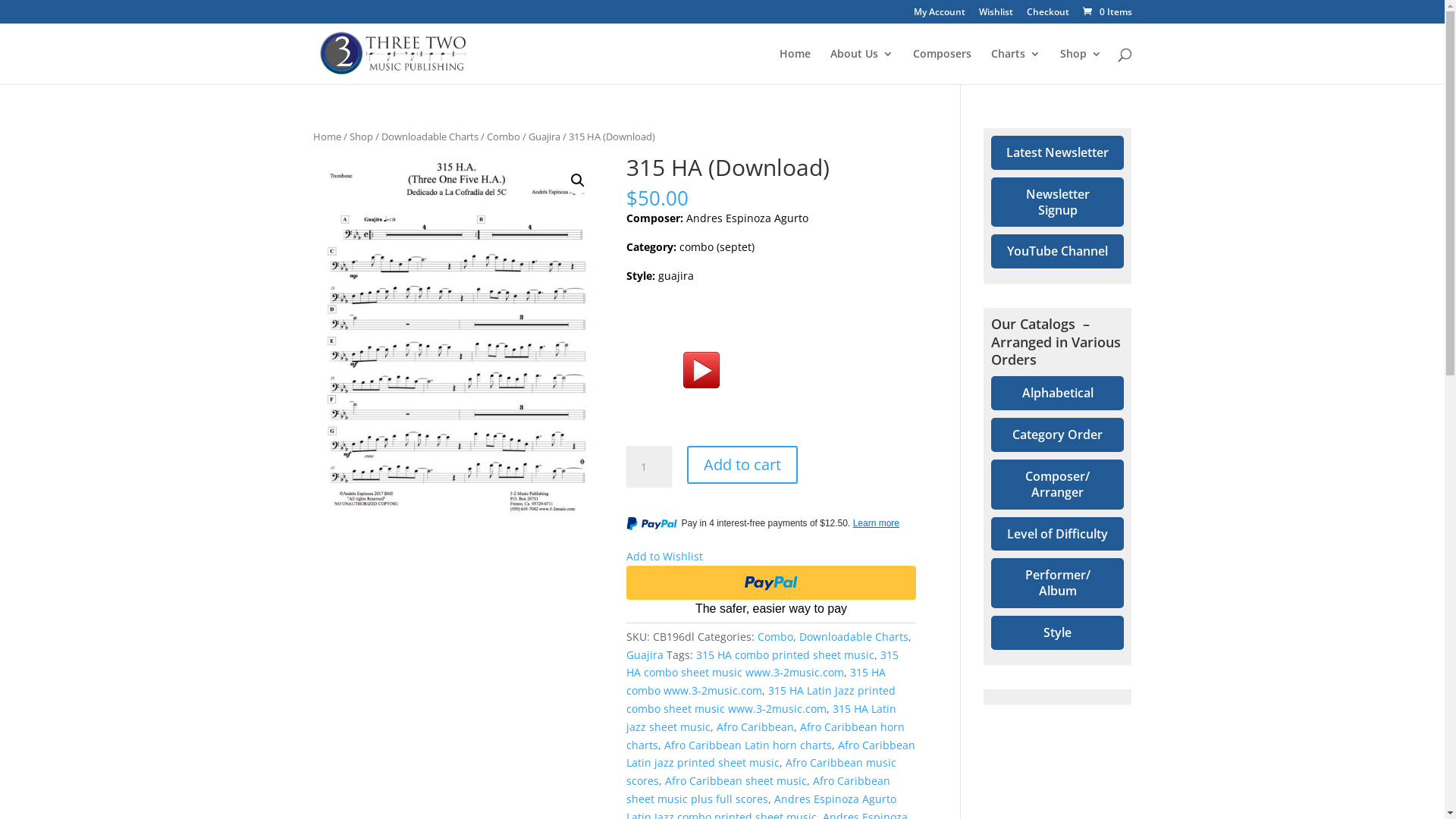 The height and width of the screenshot is (819, 1456). Describe the element at coordinates (938, 15) in the screenshot. I see `'My Account'` at that location.